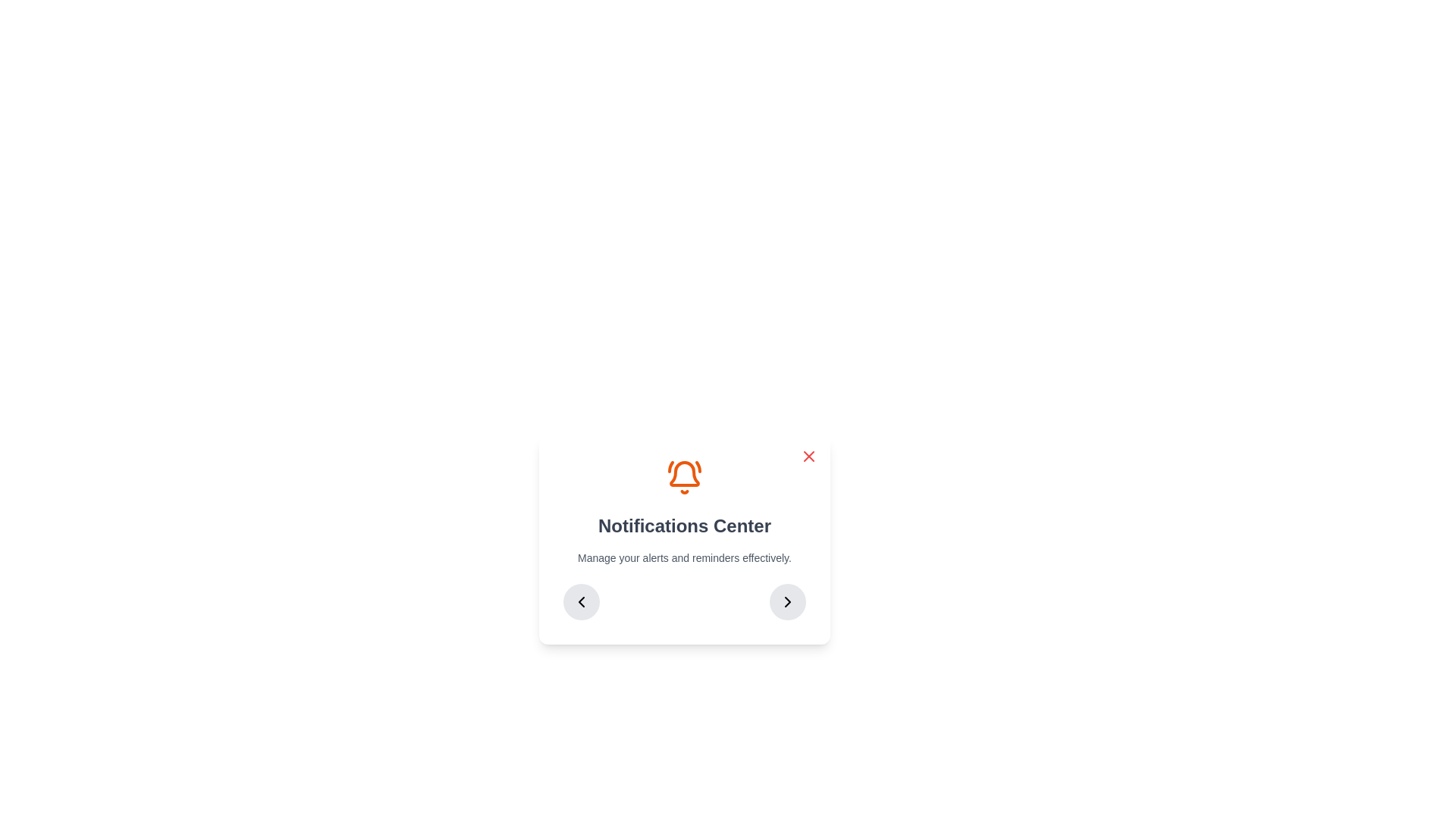 Image resolution: width=1456 pixels, height=819 pixels. Describe the element at coordinates (581, 601) in the screenshot. I see `the leftward-pointing chevron icon within the light gray circular button located at the bottom left corner of the Notifications Center card` at that location.